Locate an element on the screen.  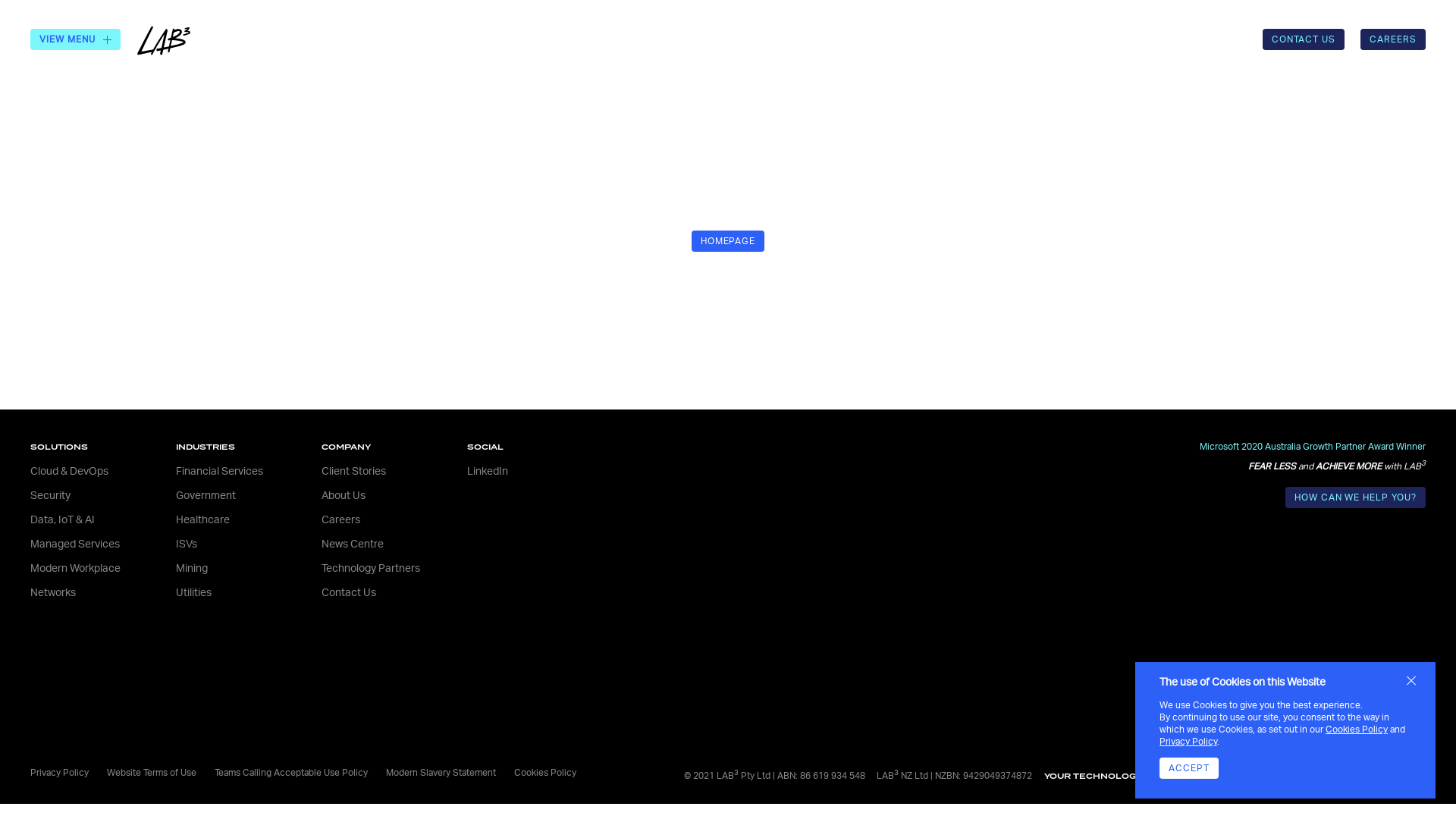
'Mining' is located at coordinates (191, 568).